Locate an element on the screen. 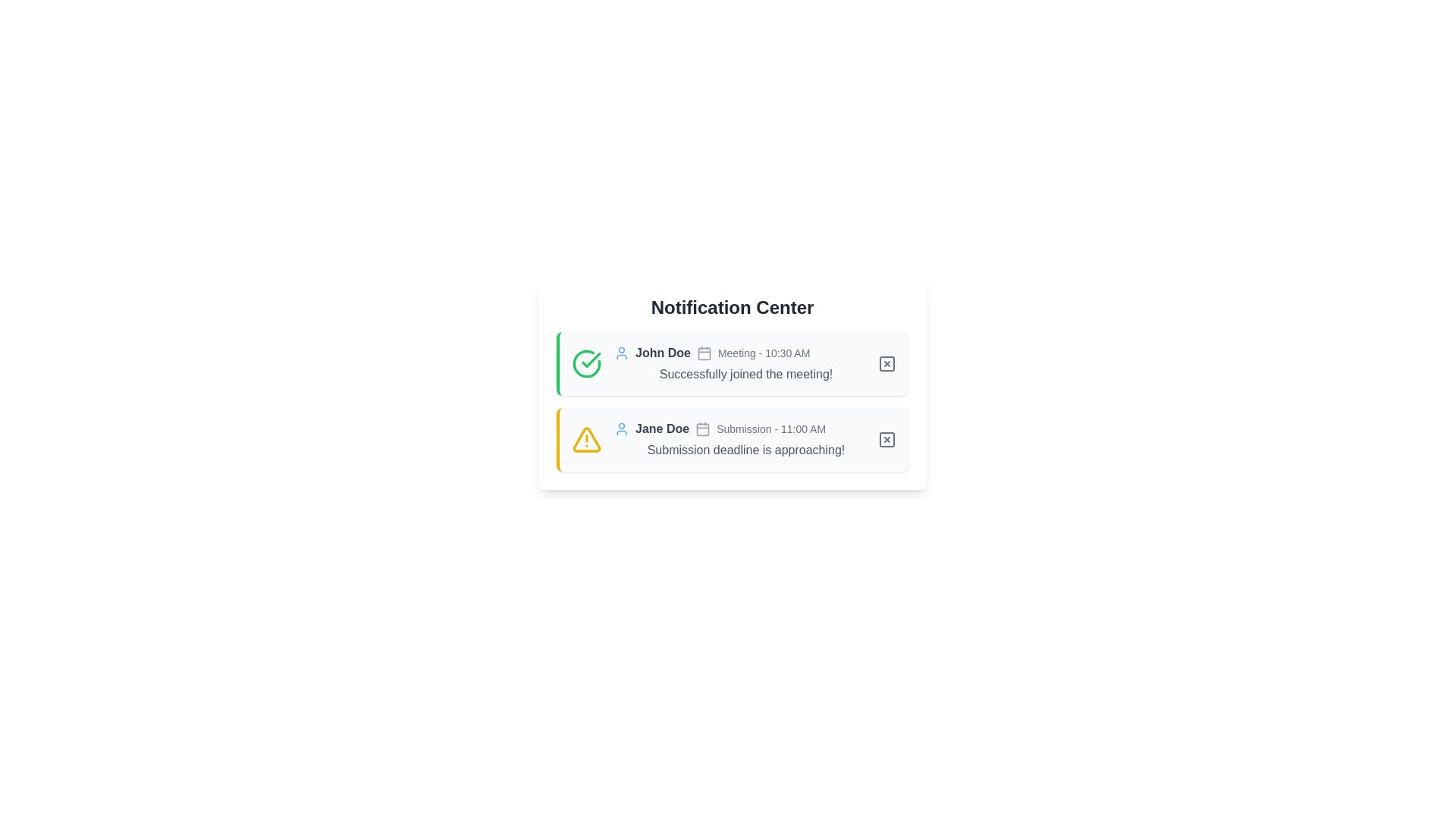 This screenshot has height=819, width=1456. the prominently styled text label 'Notification Center' located at the top-center of the notification panel is located at coordinates (732, 307).